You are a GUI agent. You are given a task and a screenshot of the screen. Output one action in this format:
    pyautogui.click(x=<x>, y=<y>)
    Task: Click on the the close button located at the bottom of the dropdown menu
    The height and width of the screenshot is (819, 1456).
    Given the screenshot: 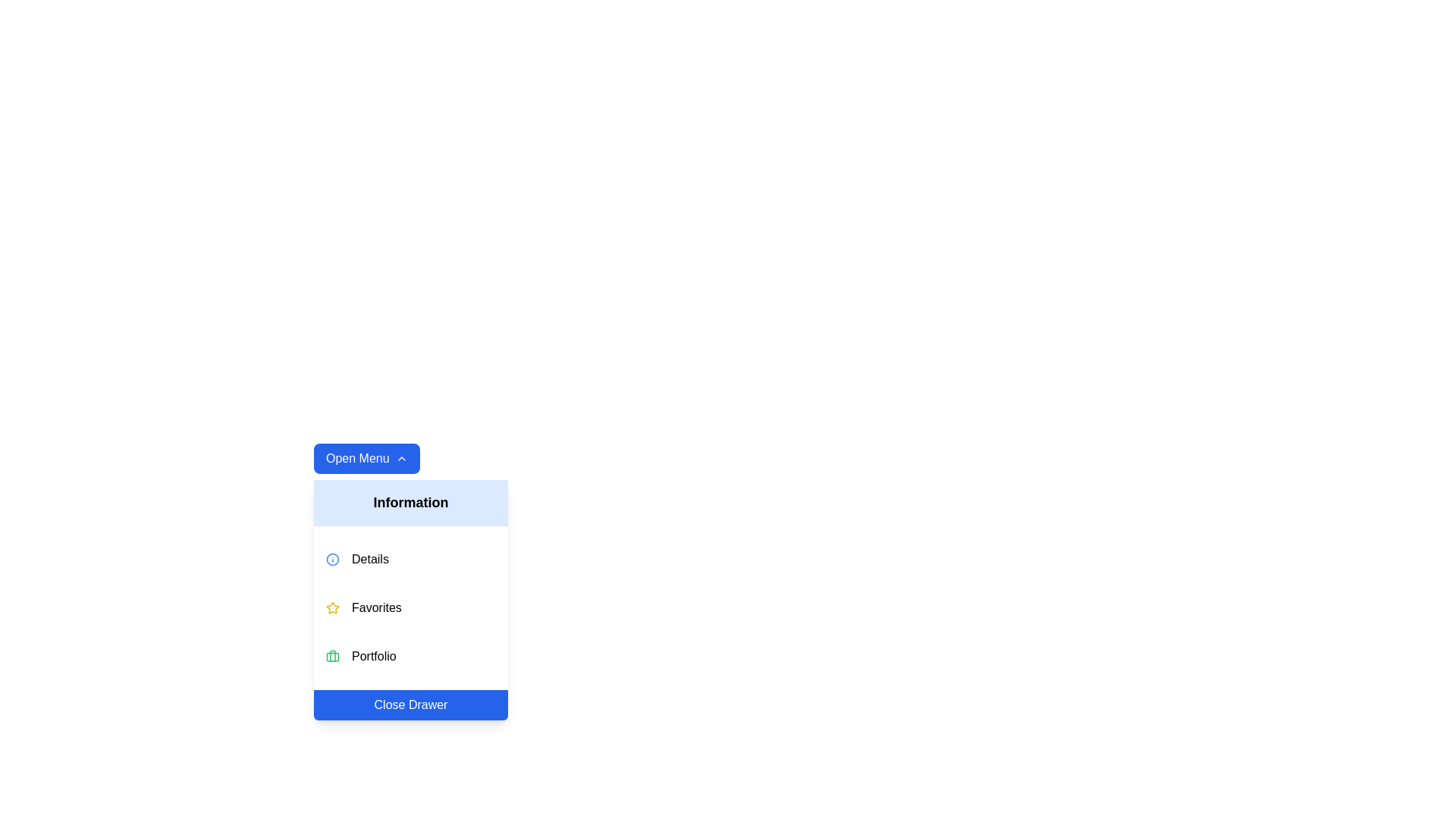 What is the action you would take?
    pyautogui.click(x=411, y=704)
    